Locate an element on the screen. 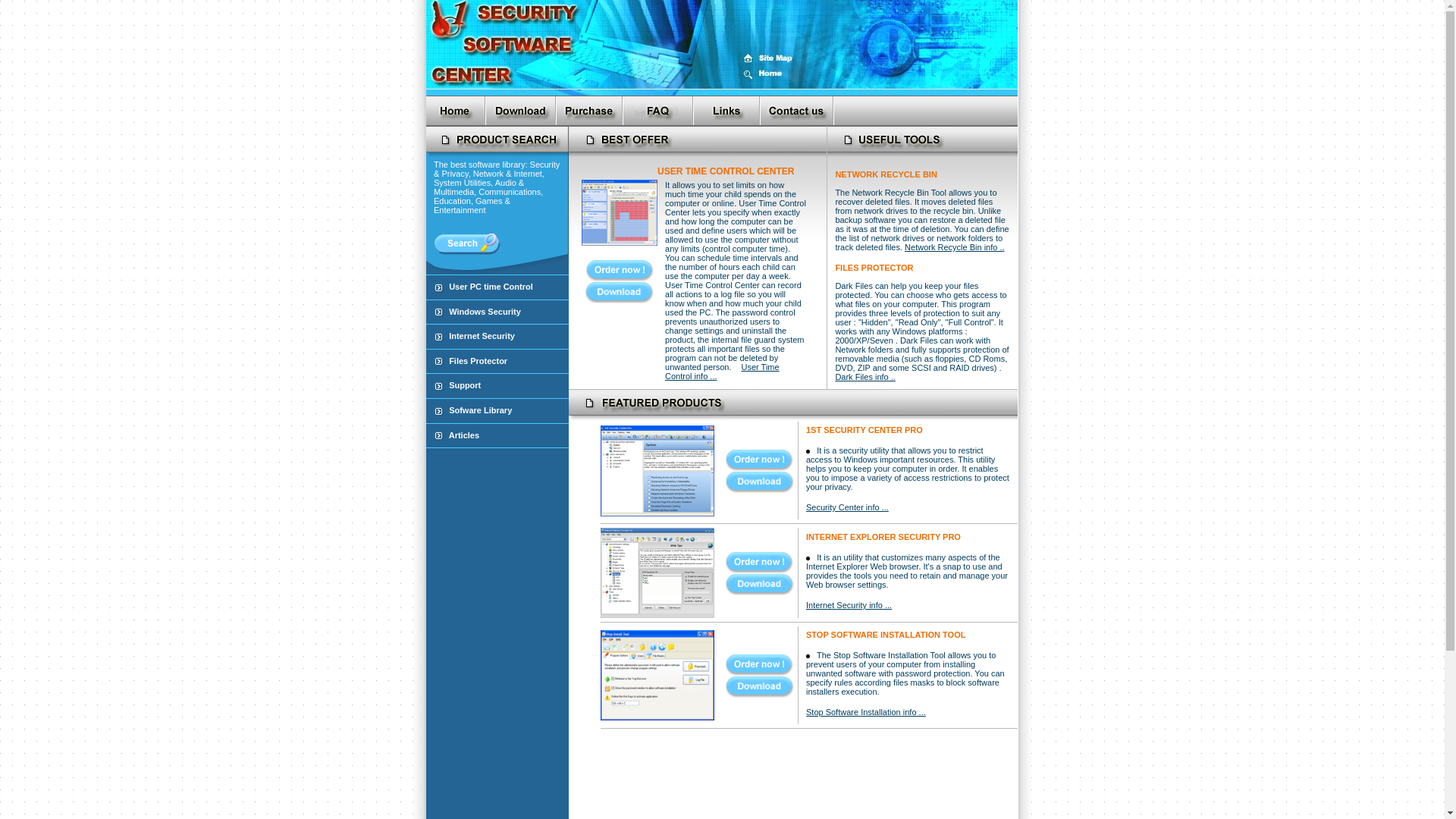  'Dark Files info ..' is located at coordinates (864, 376).